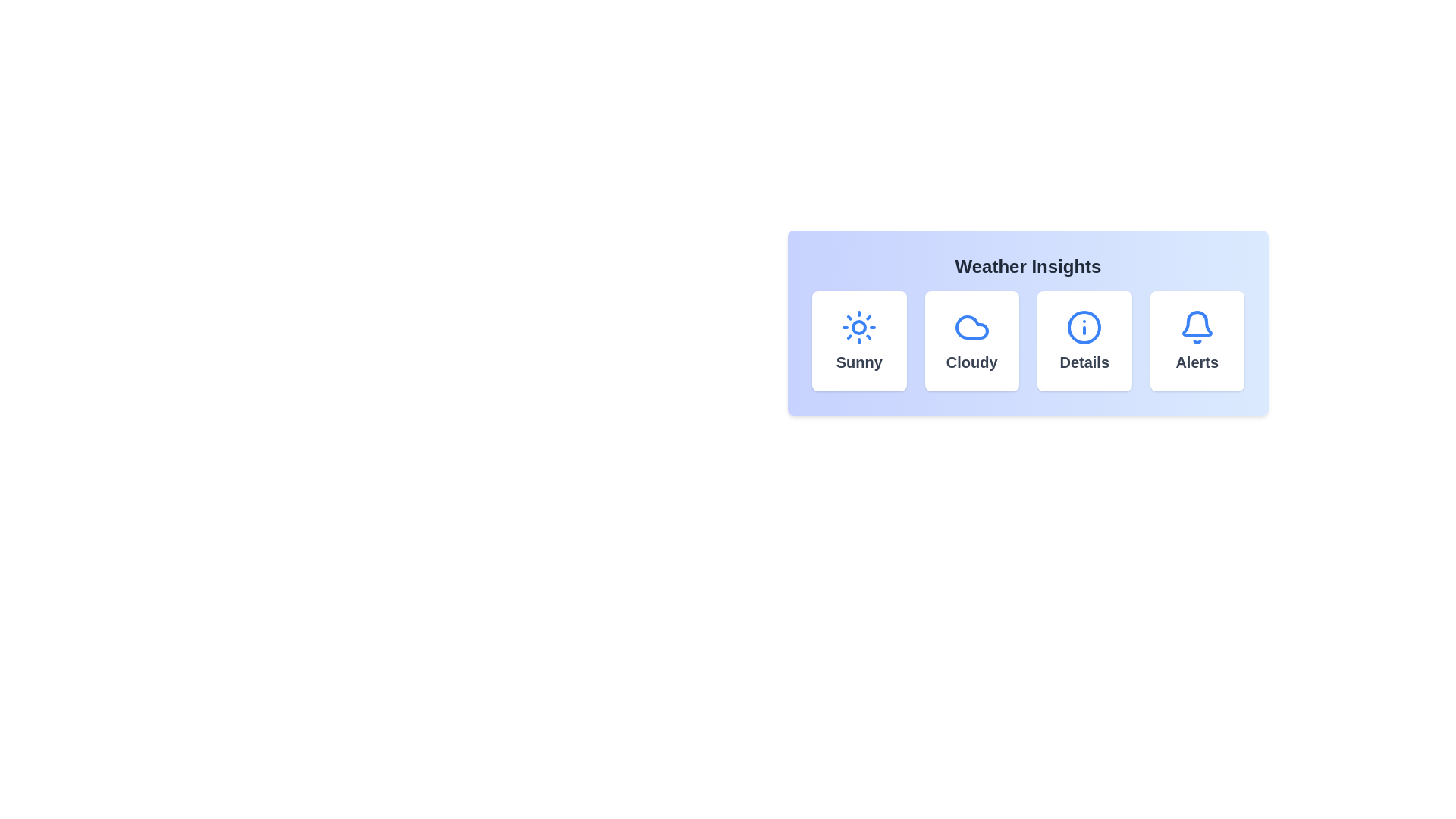  I want to click on the text label displaying 'Cloudy', which is located in the second card from the left in a horizontal row of weather cards, so click(971, 362).